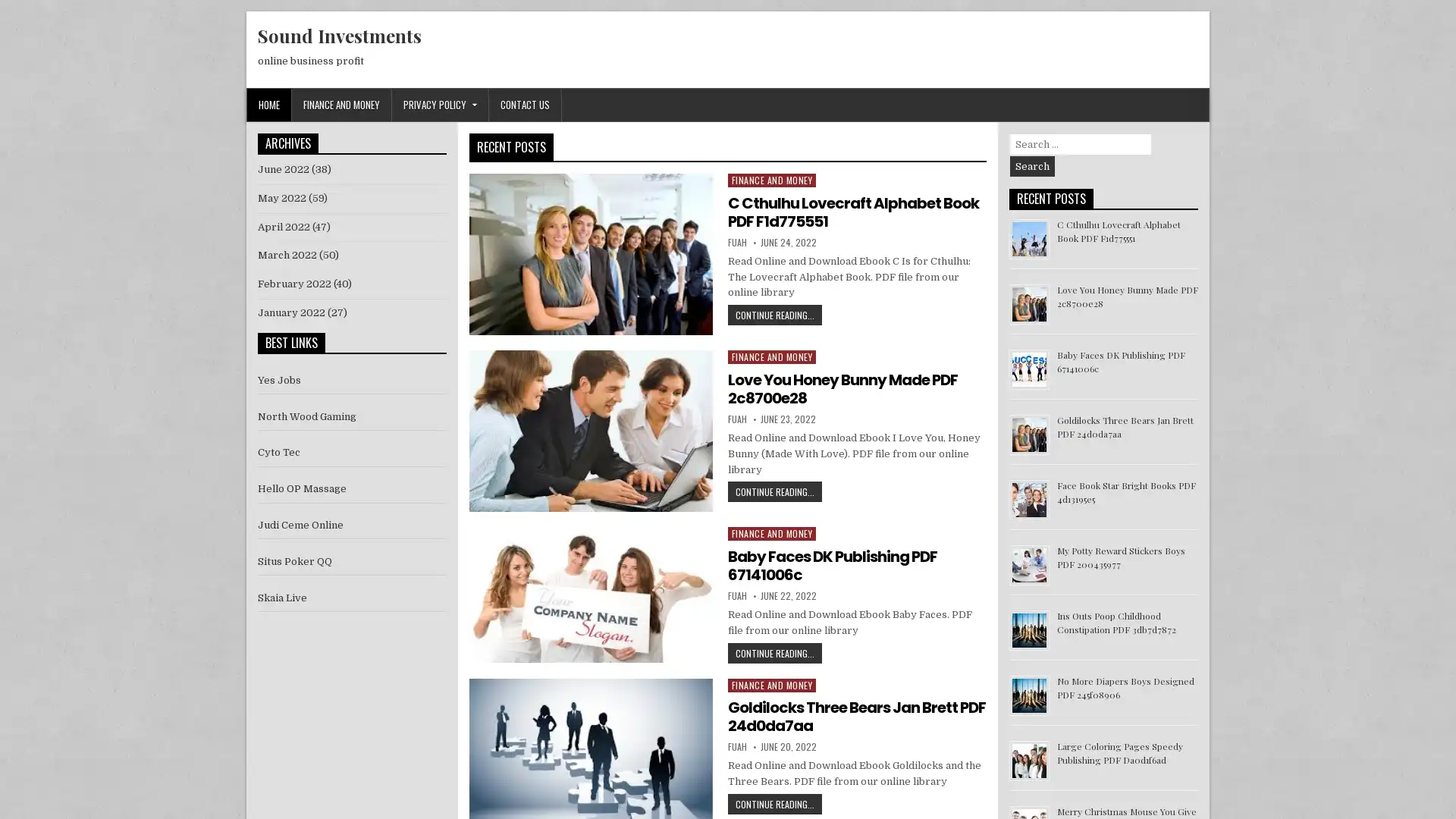  I want to click on Search, so click(1031, 166).